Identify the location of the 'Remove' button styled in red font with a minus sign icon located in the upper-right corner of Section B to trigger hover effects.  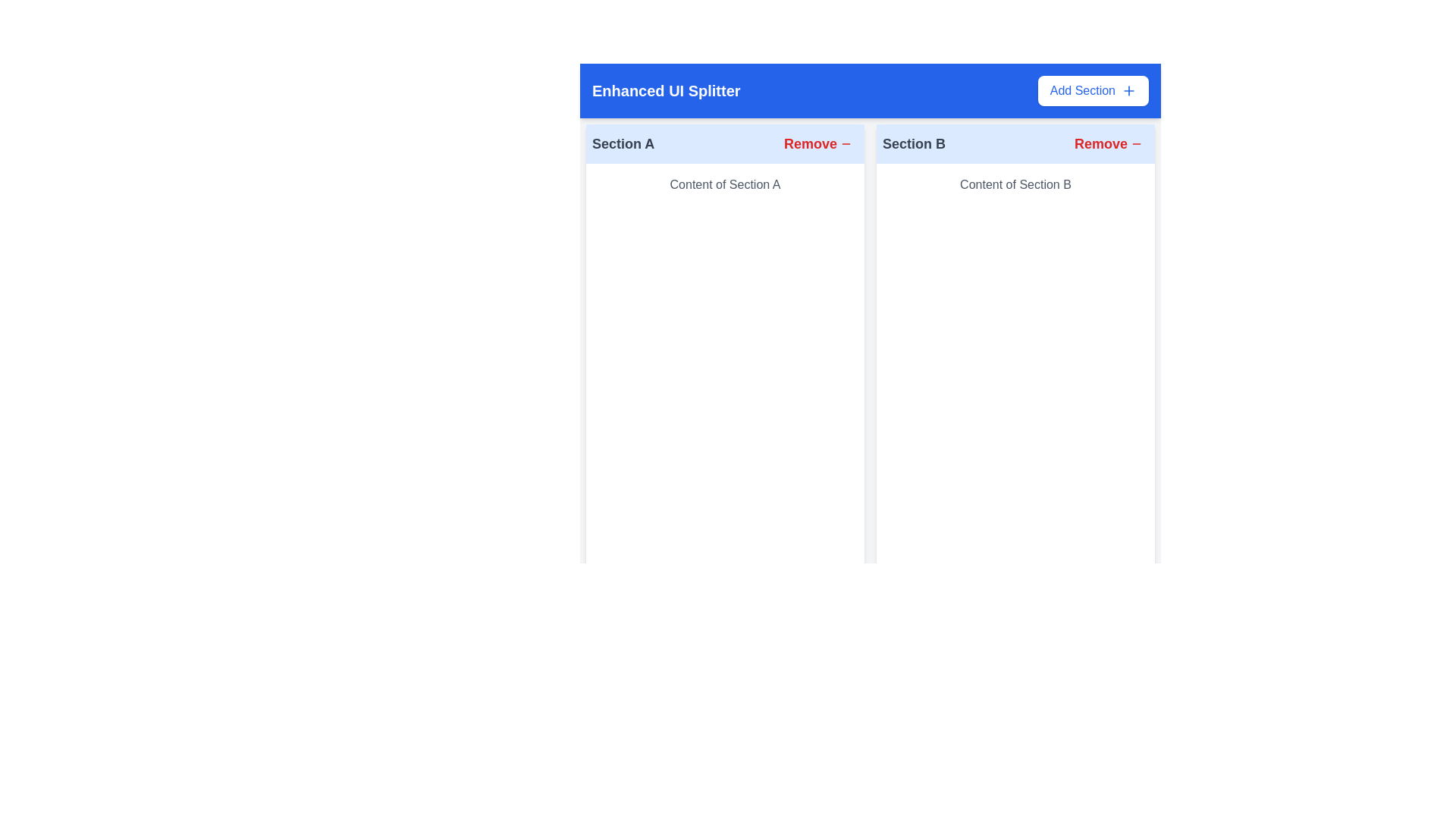
(1108, 143).